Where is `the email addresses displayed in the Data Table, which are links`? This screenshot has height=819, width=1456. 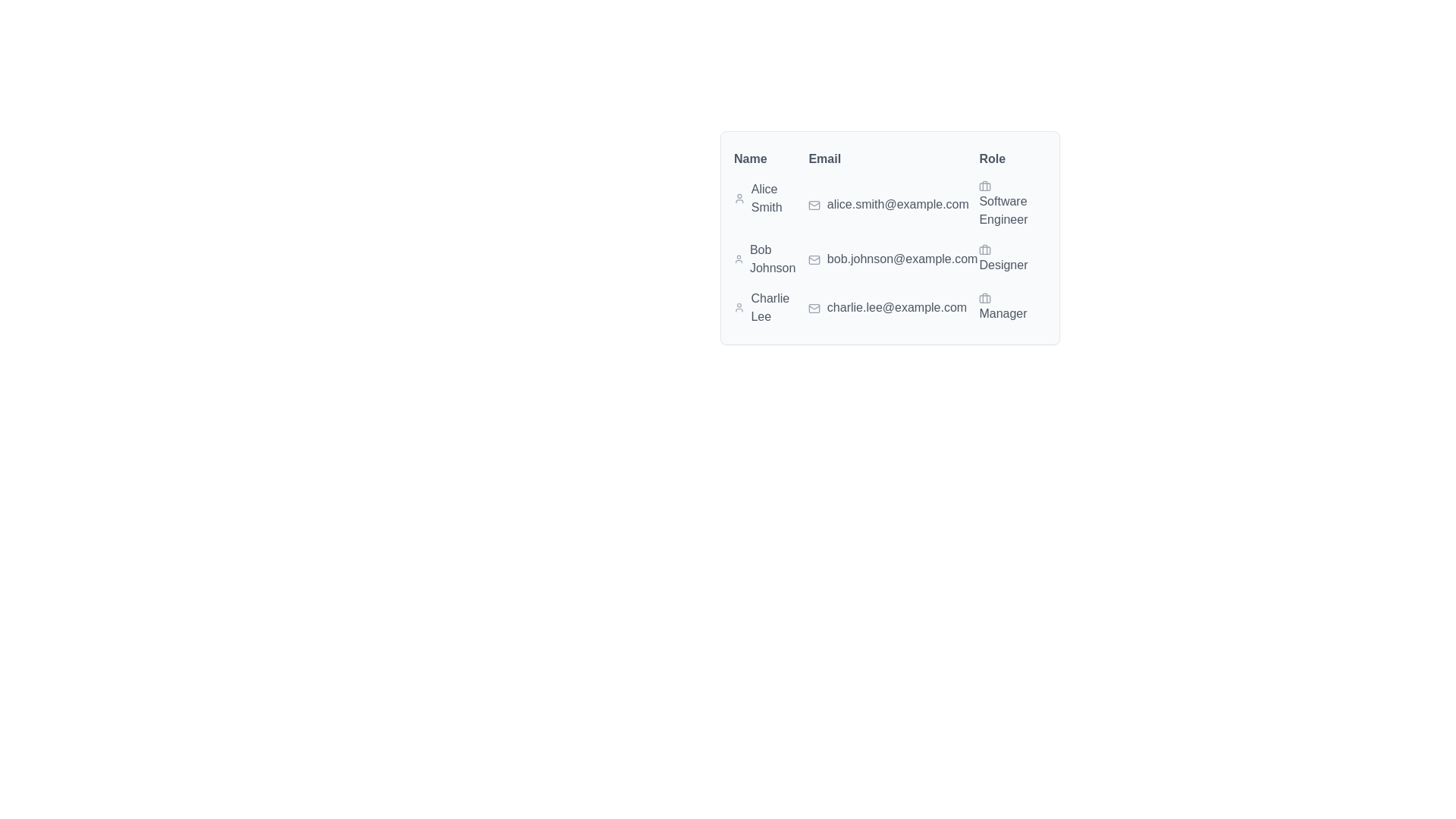 the email addresses displayed in the Data Table, which are links is located at coordinates (890, 237).